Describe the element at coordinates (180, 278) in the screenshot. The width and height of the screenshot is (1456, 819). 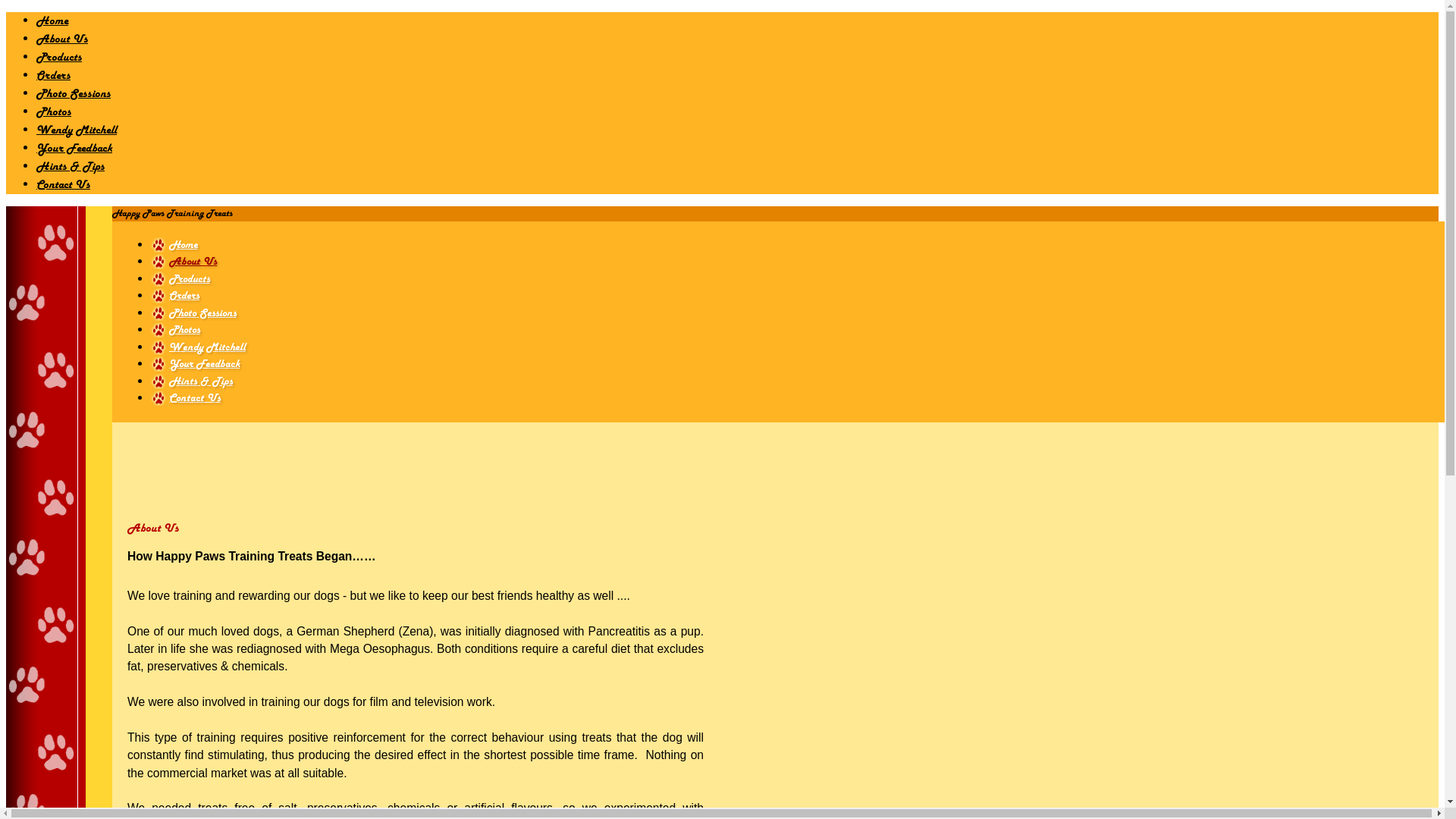
I see `'Products'` at that location.